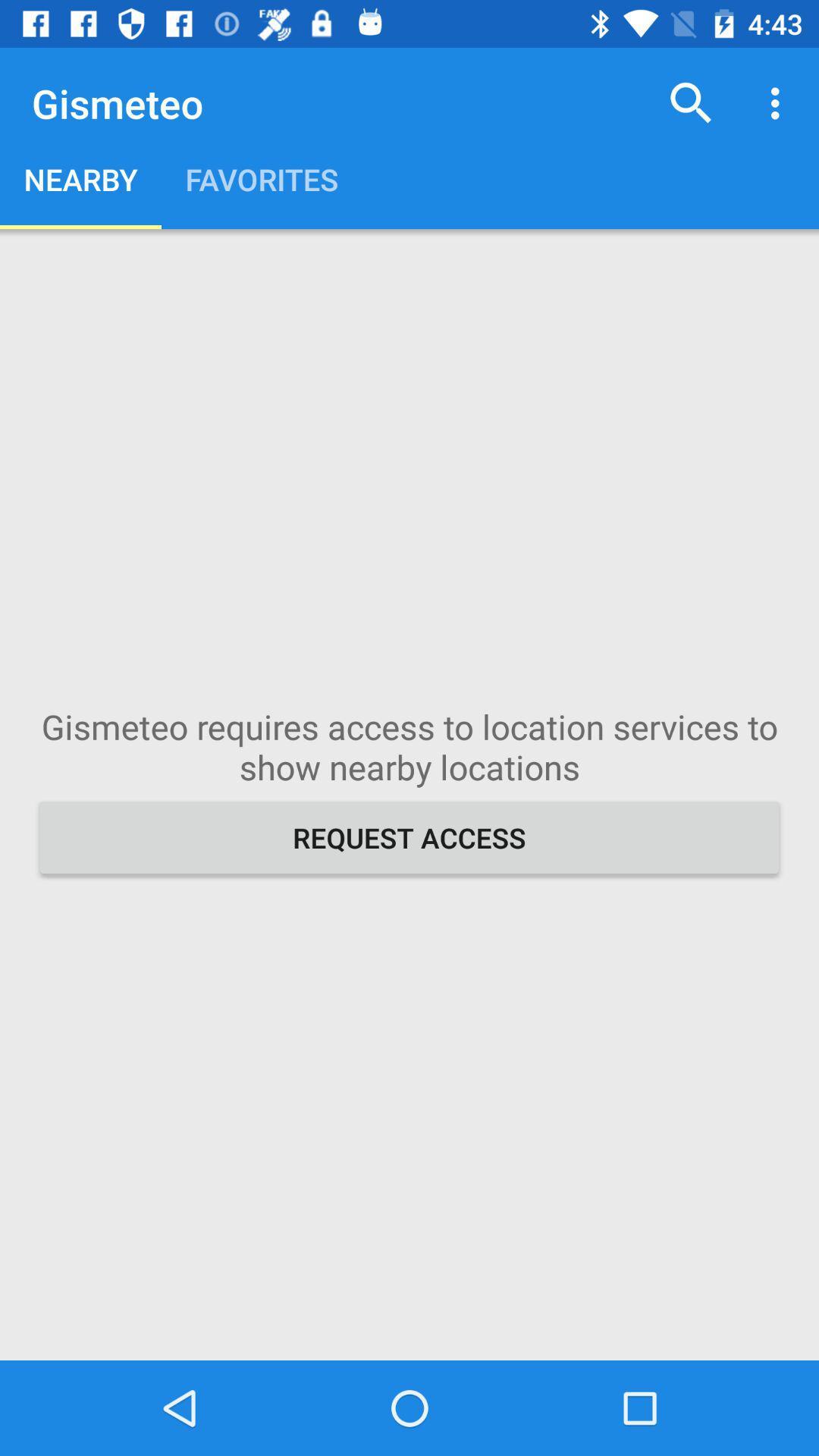 Image resolution: width=819 pixels, height=1456 pixels. Describe the element at coordinates (409, 836) in the screenshot. I see `the request access item` at that location.